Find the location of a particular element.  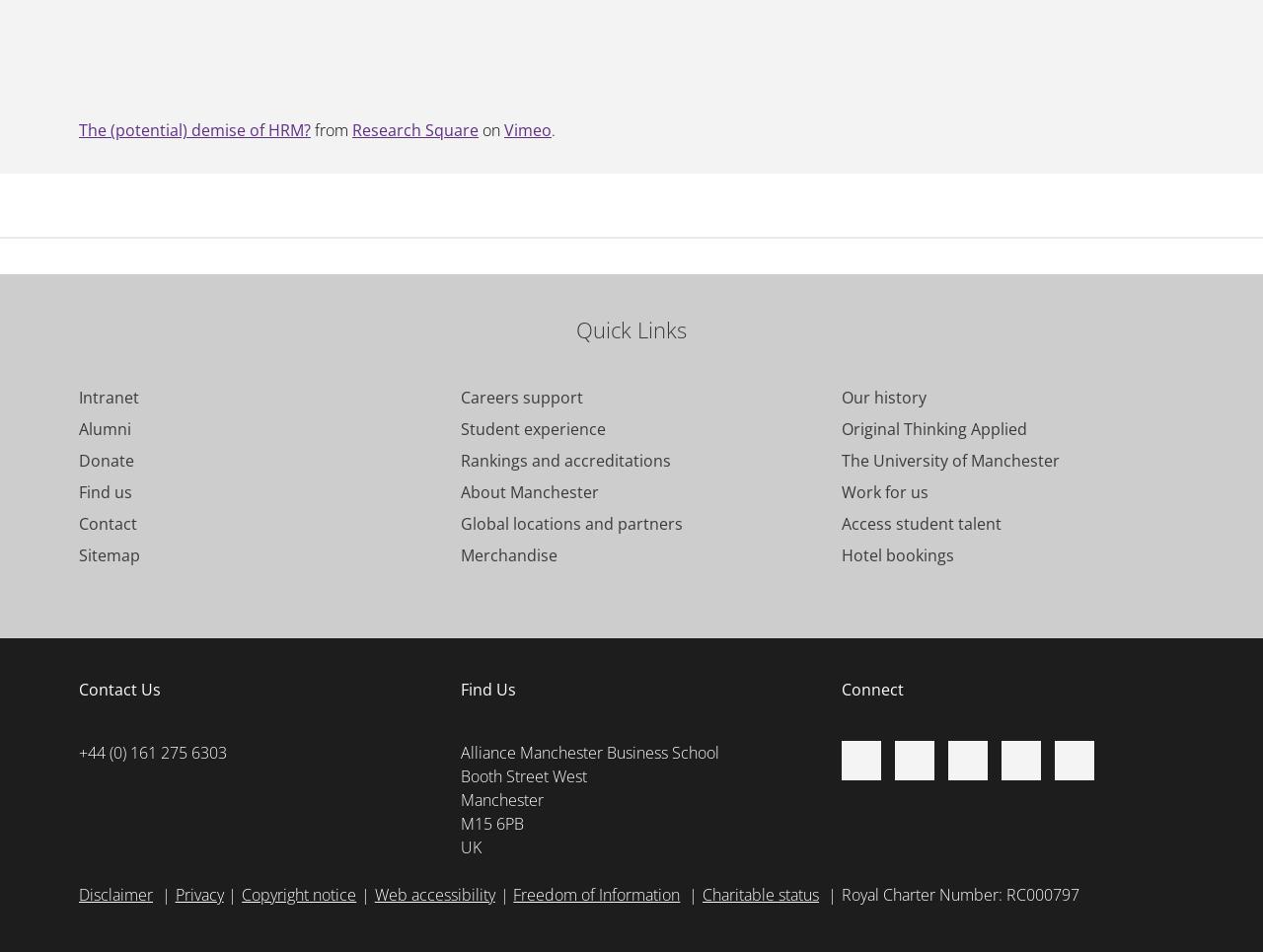

'on' is located at coordinates (491, 130).